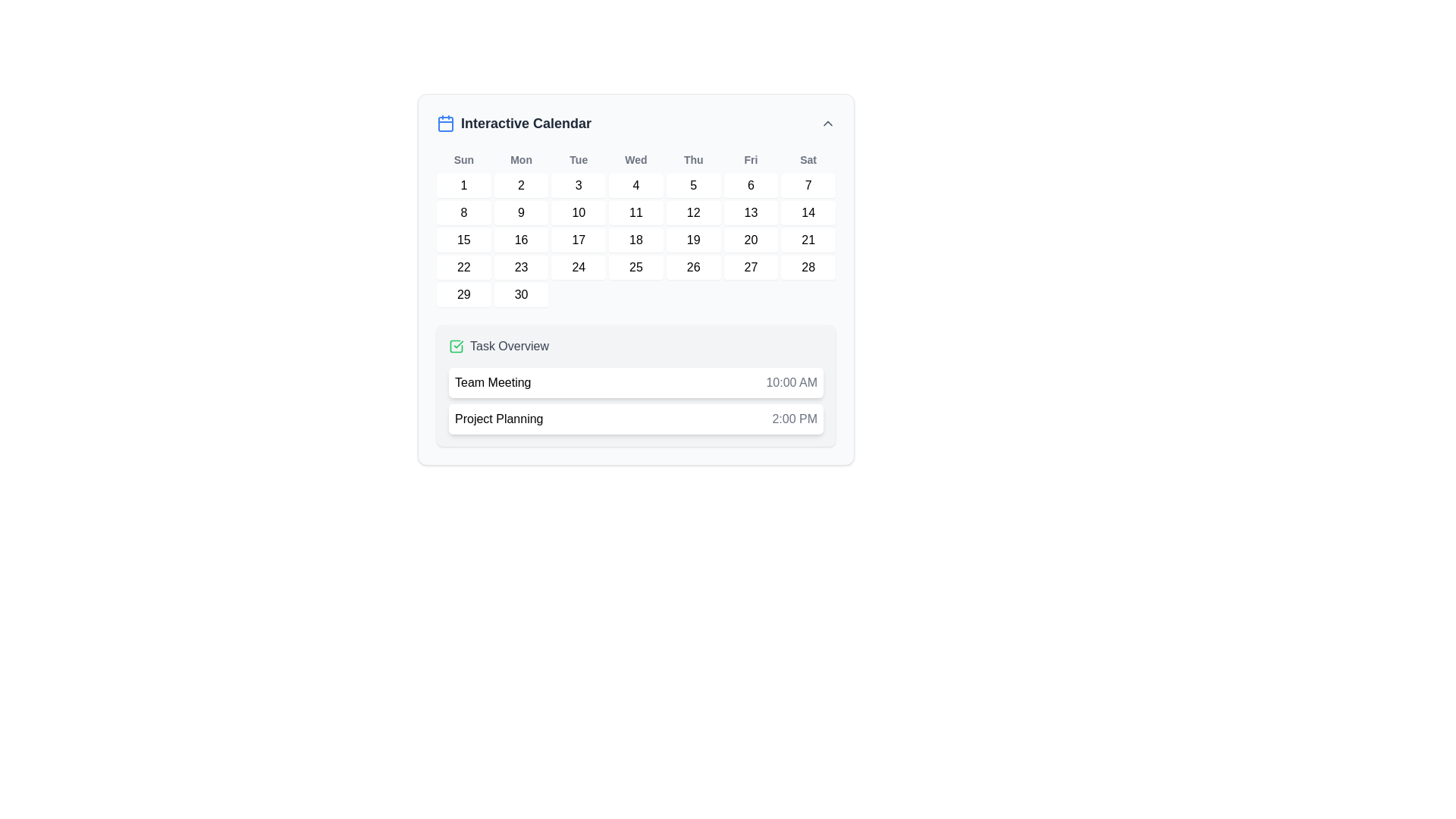 The image size is (1456, 819). What do you see at coordinates (463, 267) in the screenshot?
I see `the Calendar date cell representing the 22nd day of the month` at bounding box center [463, 267].